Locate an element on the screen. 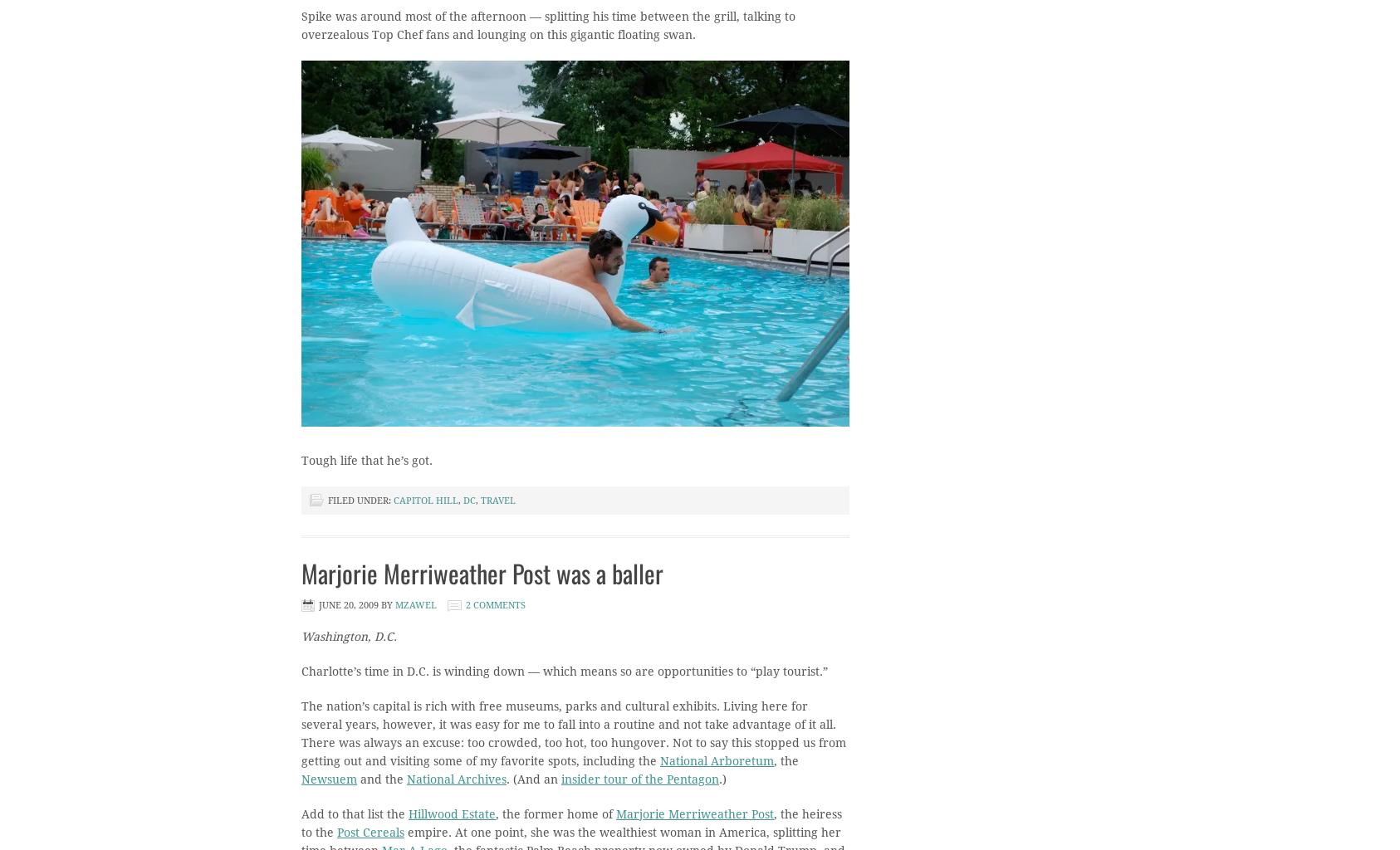 This screenshot has height=850, width=1400. 'Hillwood Estate' is located at coordinates (452, 813).